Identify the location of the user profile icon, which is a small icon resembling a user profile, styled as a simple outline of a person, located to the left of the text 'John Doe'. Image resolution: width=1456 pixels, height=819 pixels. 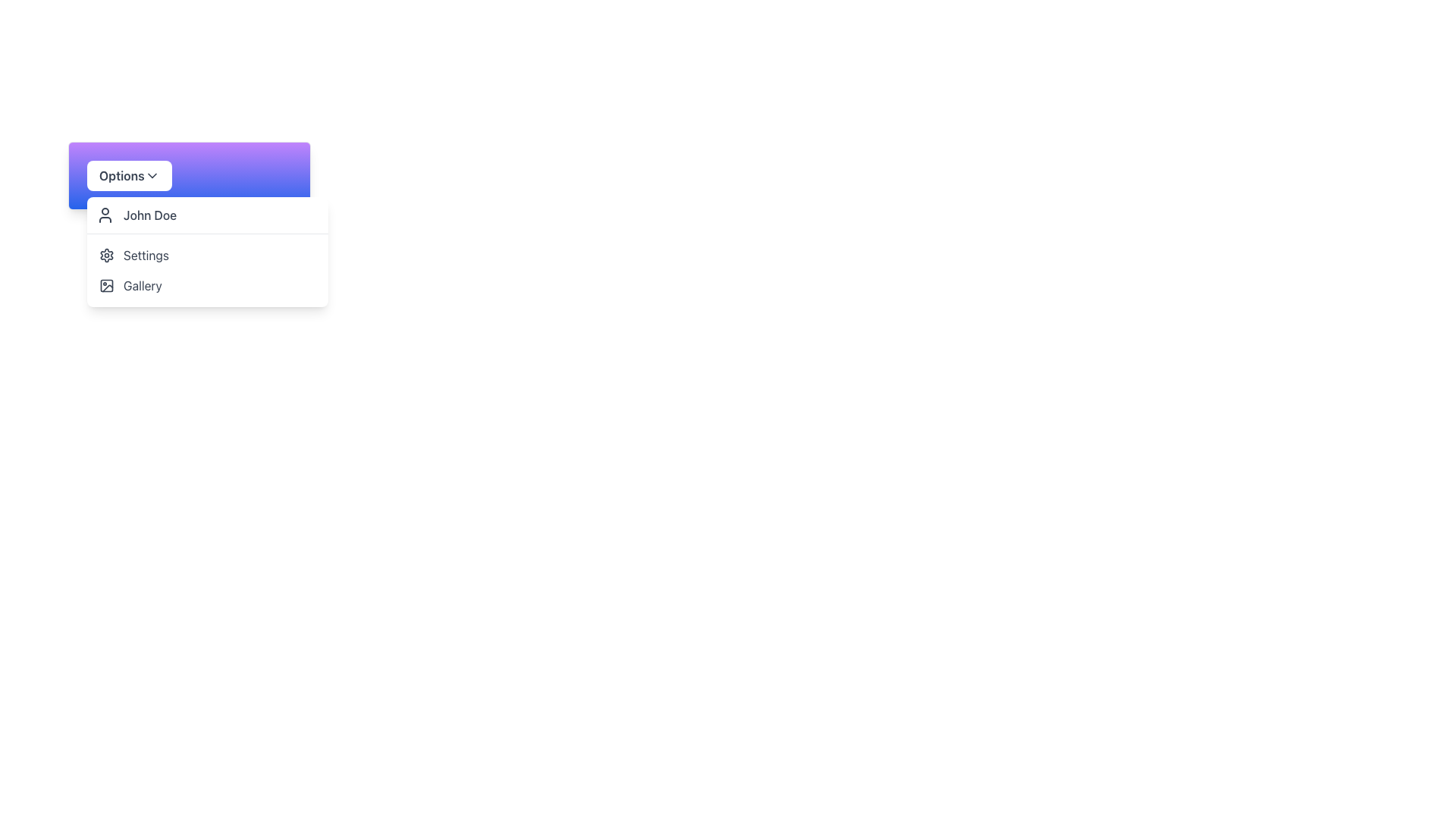
(105, 215).